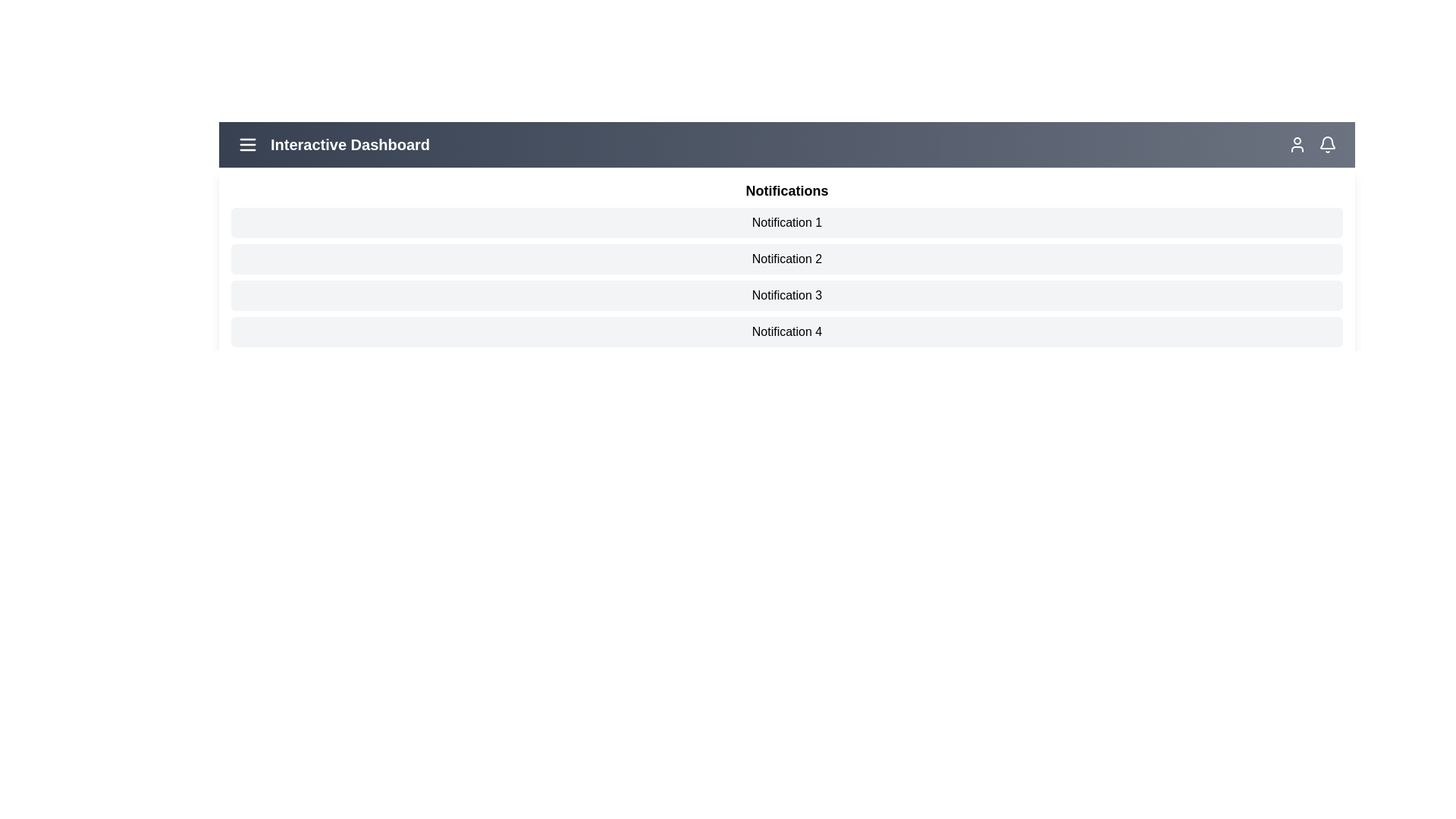 This screenshot has width=1456, height=819. What do you see at coordinates (1327, 145) in the screenshot?
I see `the bell icon in the app bar to toggle the notifications panel` at bounding box center [1327, 145].